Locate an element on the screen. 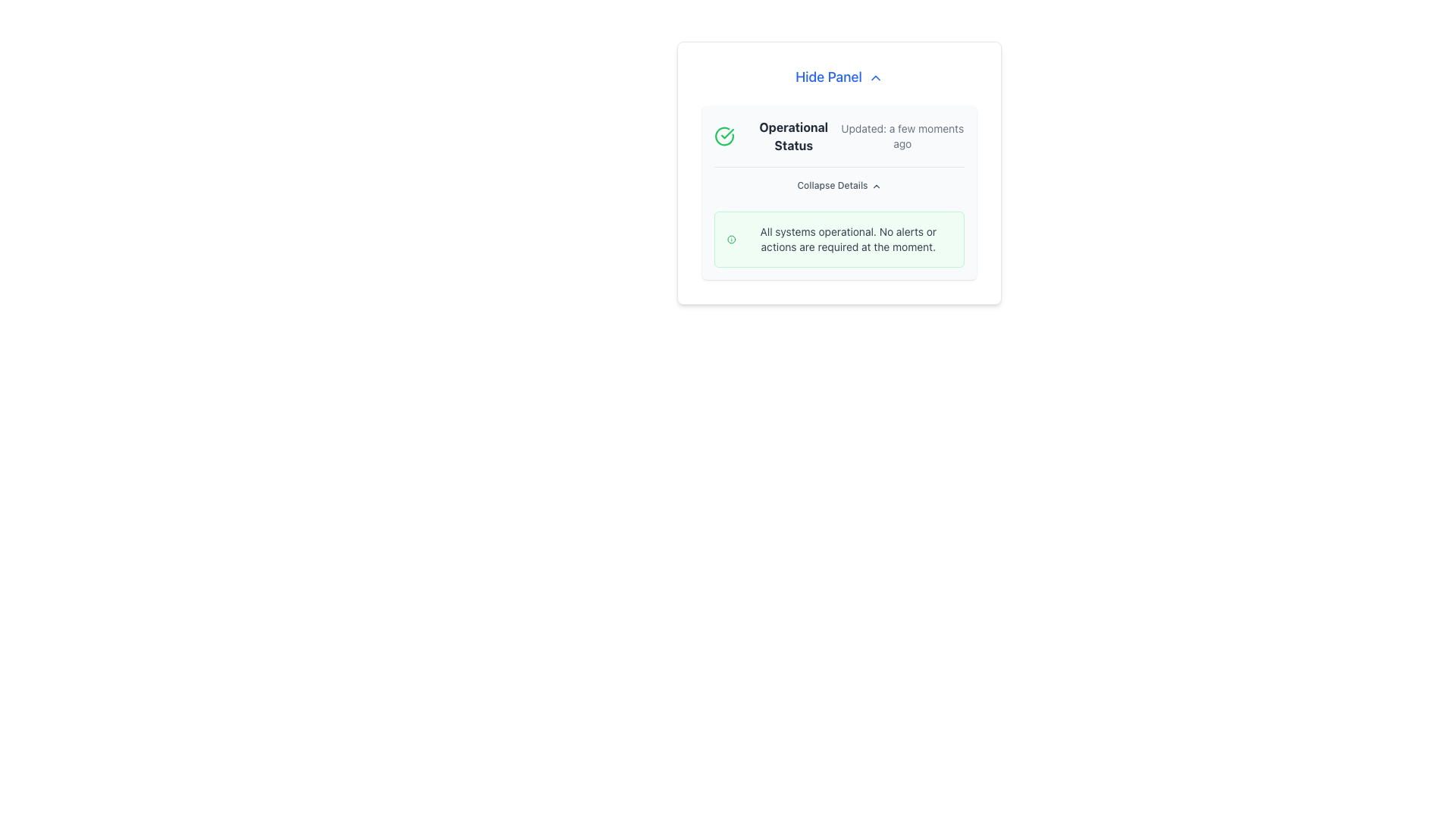 This screenshot has width=1456, height=819. the 'Collapse Details' button with an upward arrow icon is located at coordinates (839, 185).